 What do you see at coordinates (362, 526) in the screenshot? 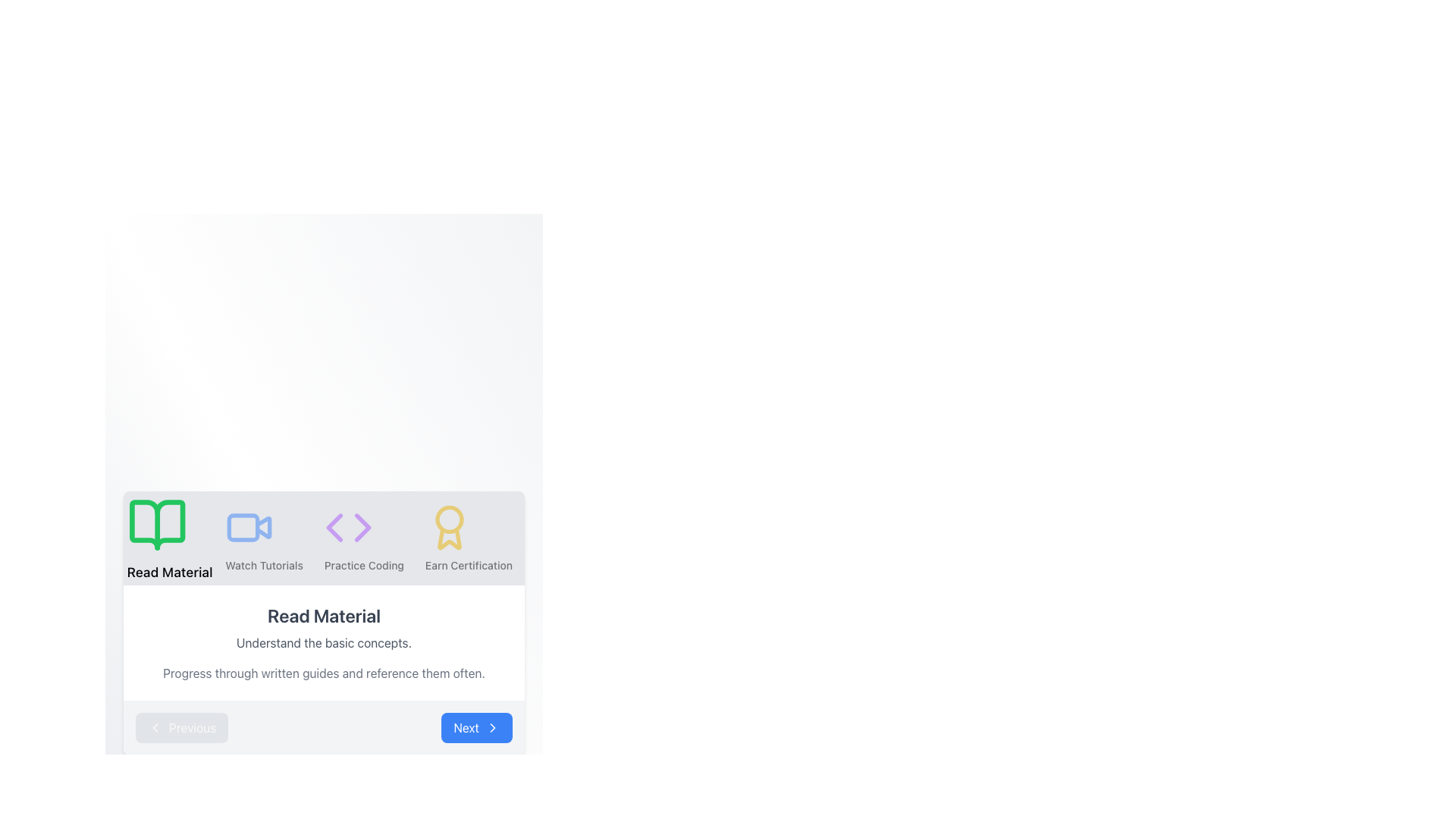
I see `the third icon from the left in the bottom row of icons, which serves as the forward or next action button for navigation` at bounding box center [362, 526].